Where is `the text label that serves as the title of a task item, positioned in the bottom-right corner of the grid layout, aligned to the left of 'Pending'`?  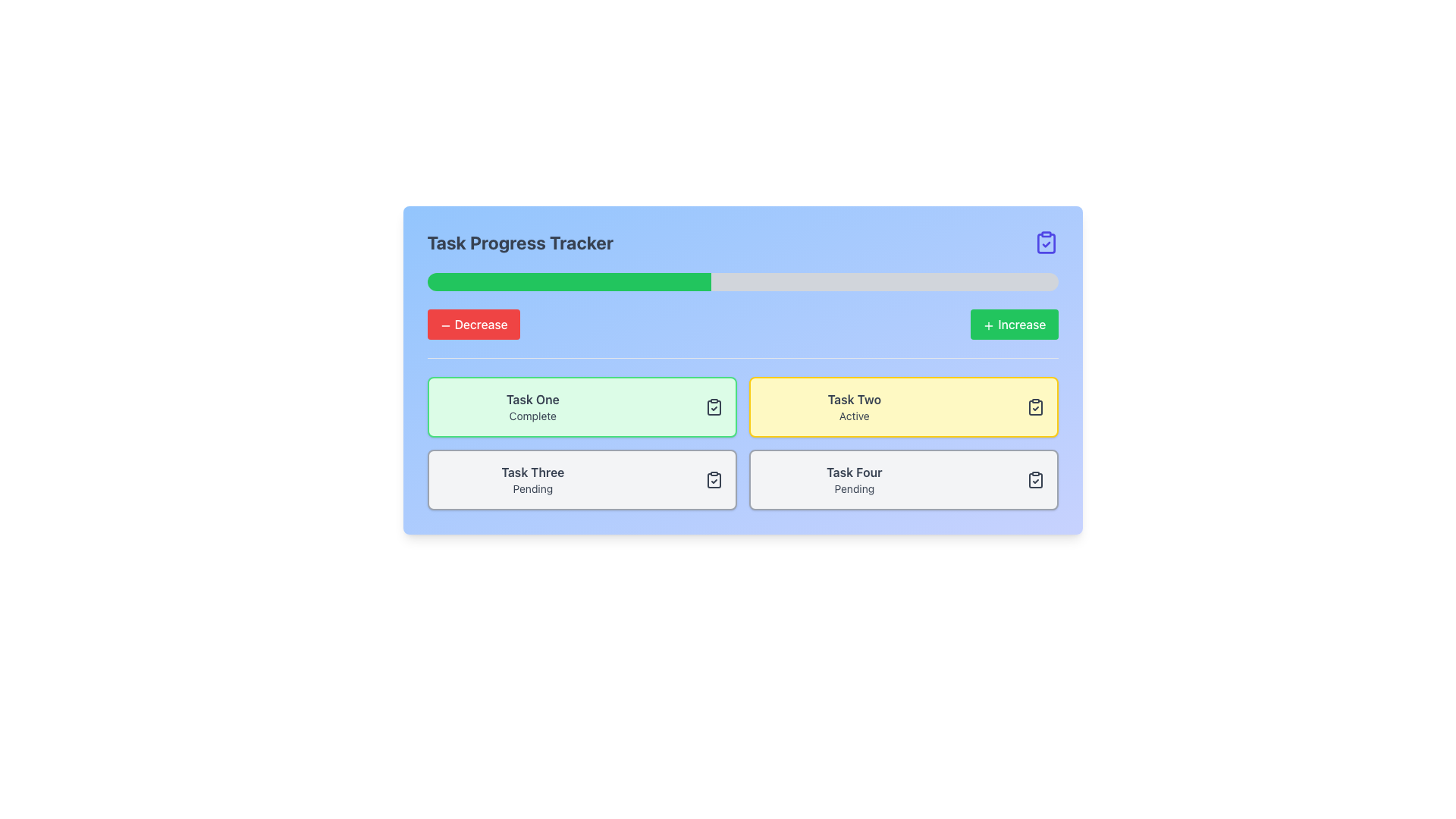
the text label that serves as the title of a task item, positioned in the bottom-right corner of the grid layout, aligned to the left of 'Pending' is located at coordinates (854, 472).